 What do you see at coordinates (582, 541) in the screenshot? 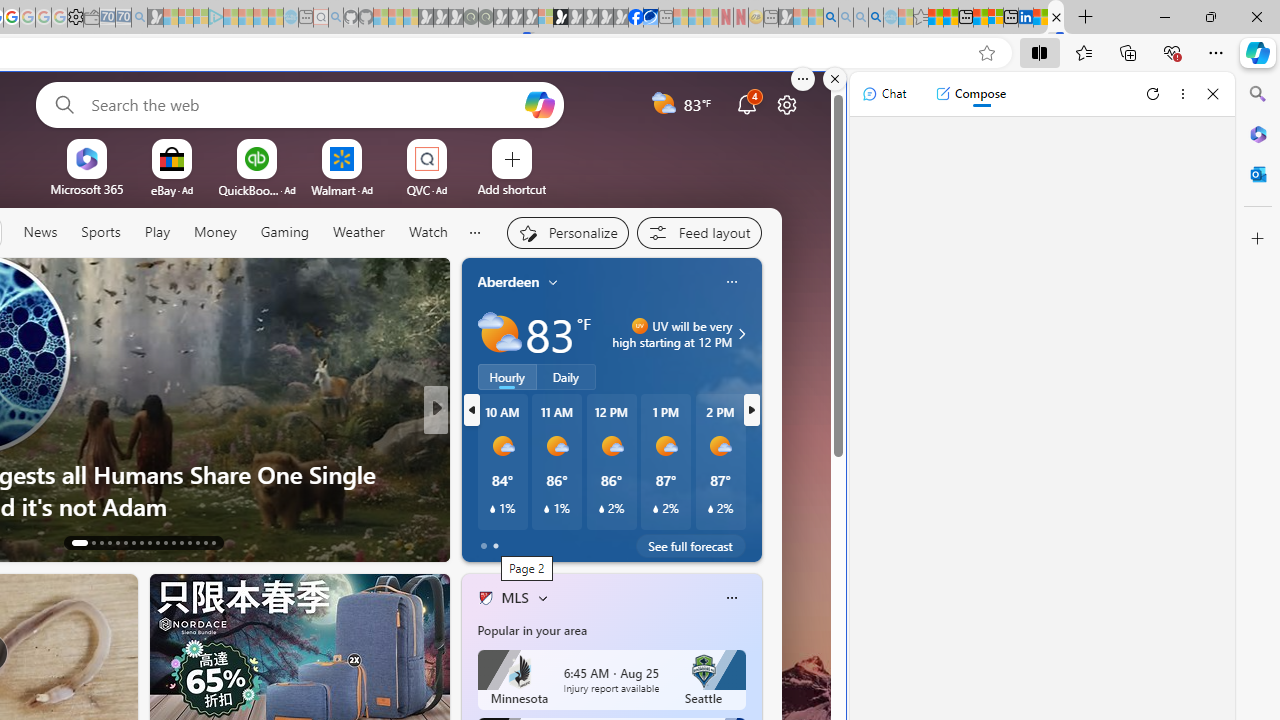
I see `'View comments 18 Comment'` at bounding box center [582, 541].